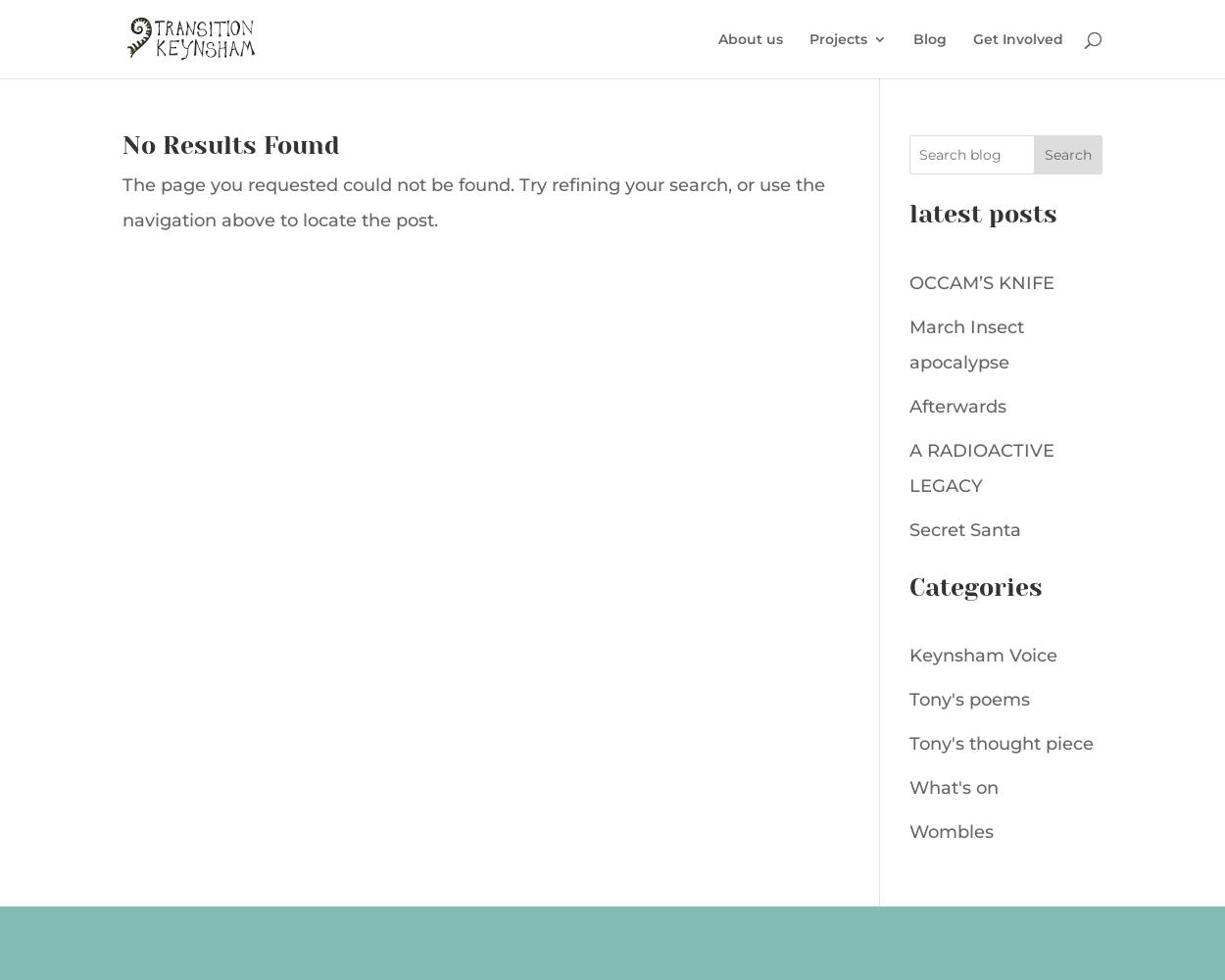 The width and height of the screenshot is (1225, 980). What do you see at coordinates (982, 656) in the screenshot?
I see `'Keynsham Voice'` at bounding box center [982, 656].